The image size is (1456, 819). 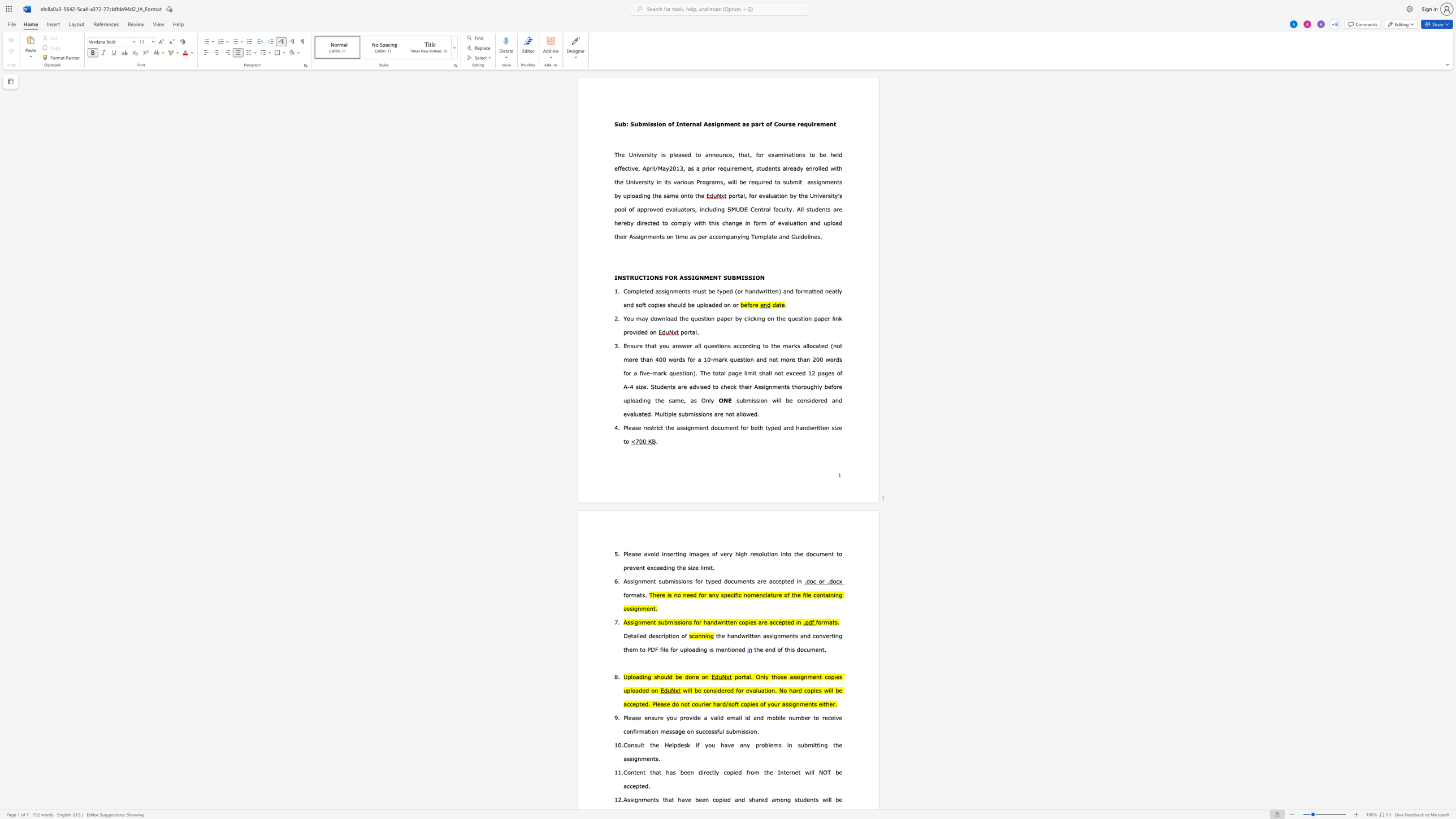 What do you see at coordinates (775, 400) in the screenshot?
I see `the space between the continuous character "w" and "i" in the text` at bounding box center [775, 400].